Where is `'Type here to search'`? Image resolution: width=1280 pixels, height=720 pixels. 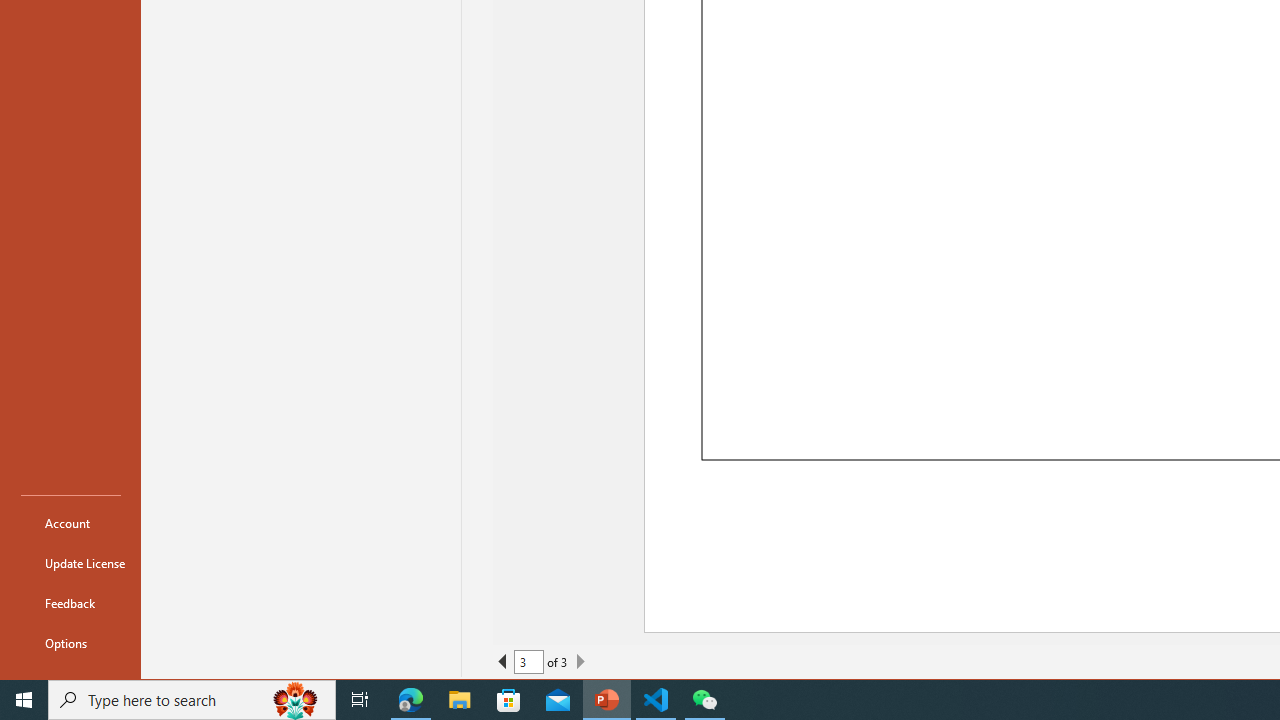 'Type here to search' is located at coordinates (192, 698).